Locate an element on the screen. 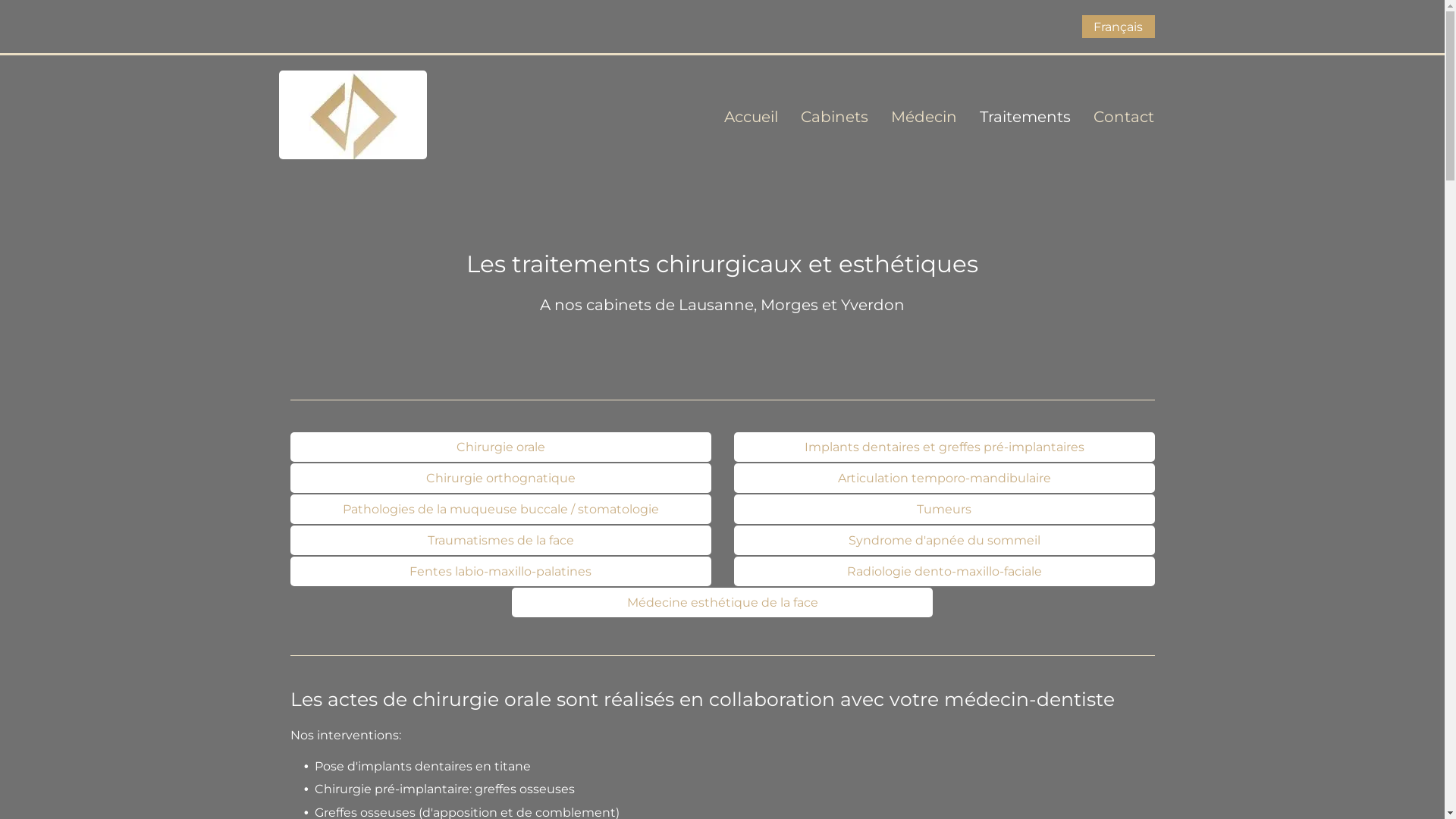 This screenshot has width=1456, height=819. 'Cabinets' is located at coordinates (822, 116).